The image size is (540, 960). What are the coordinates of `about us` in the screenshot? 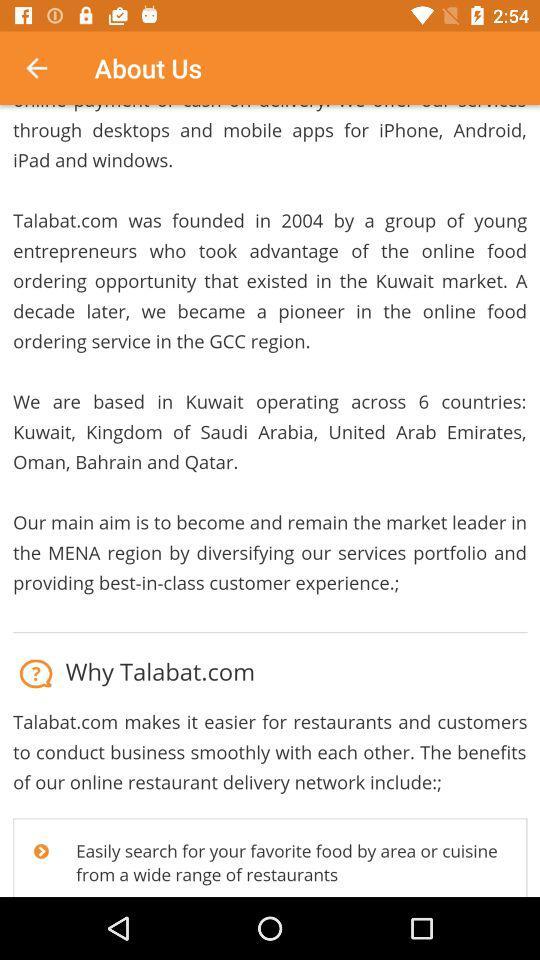 It's located at (270, 500).